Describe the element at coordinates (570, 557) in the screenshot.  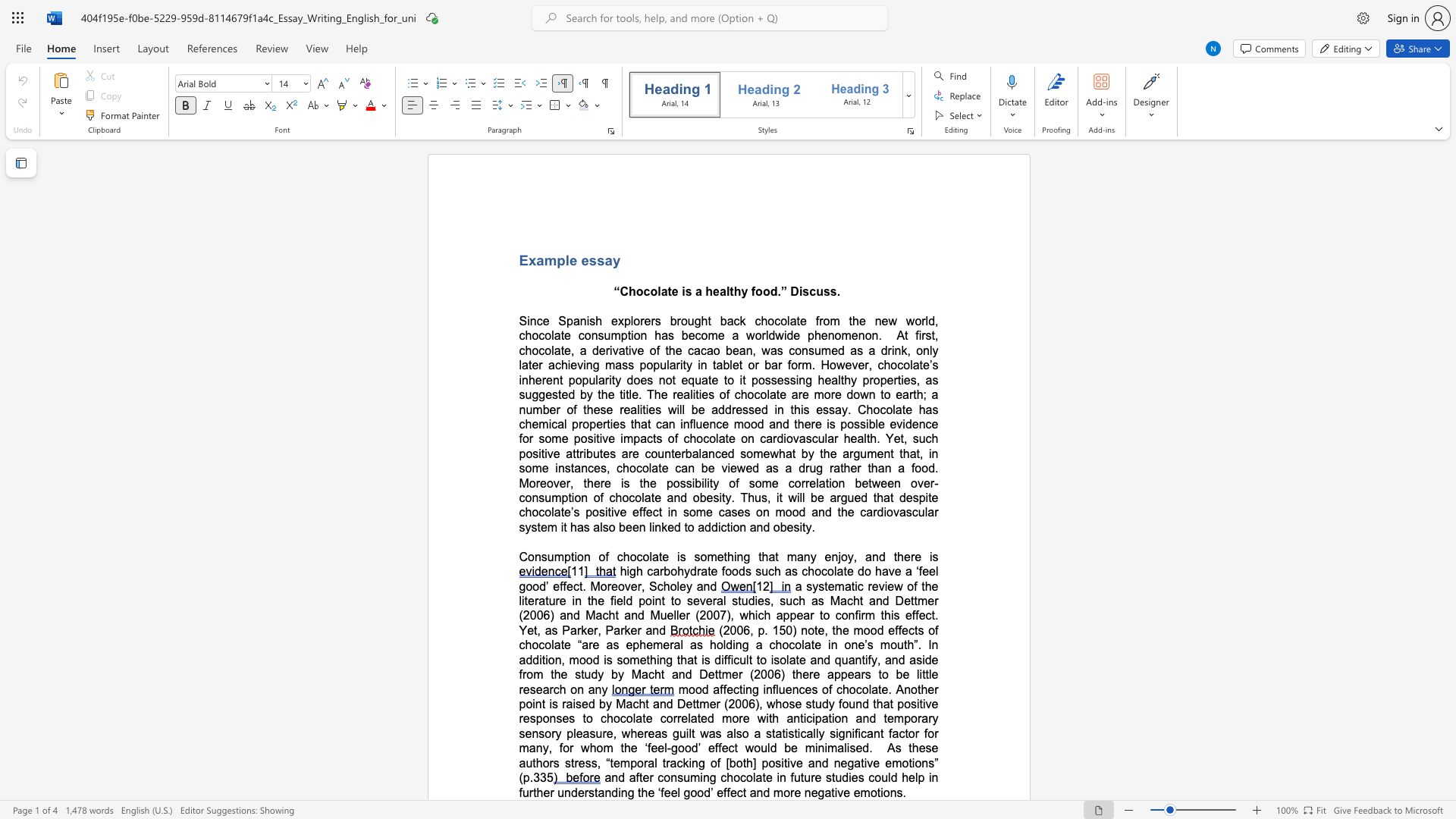
I see `the subset text "tion of chocolate i" within the text "Consumption of chocolate is something that many enjoy, and there is"` at that location.